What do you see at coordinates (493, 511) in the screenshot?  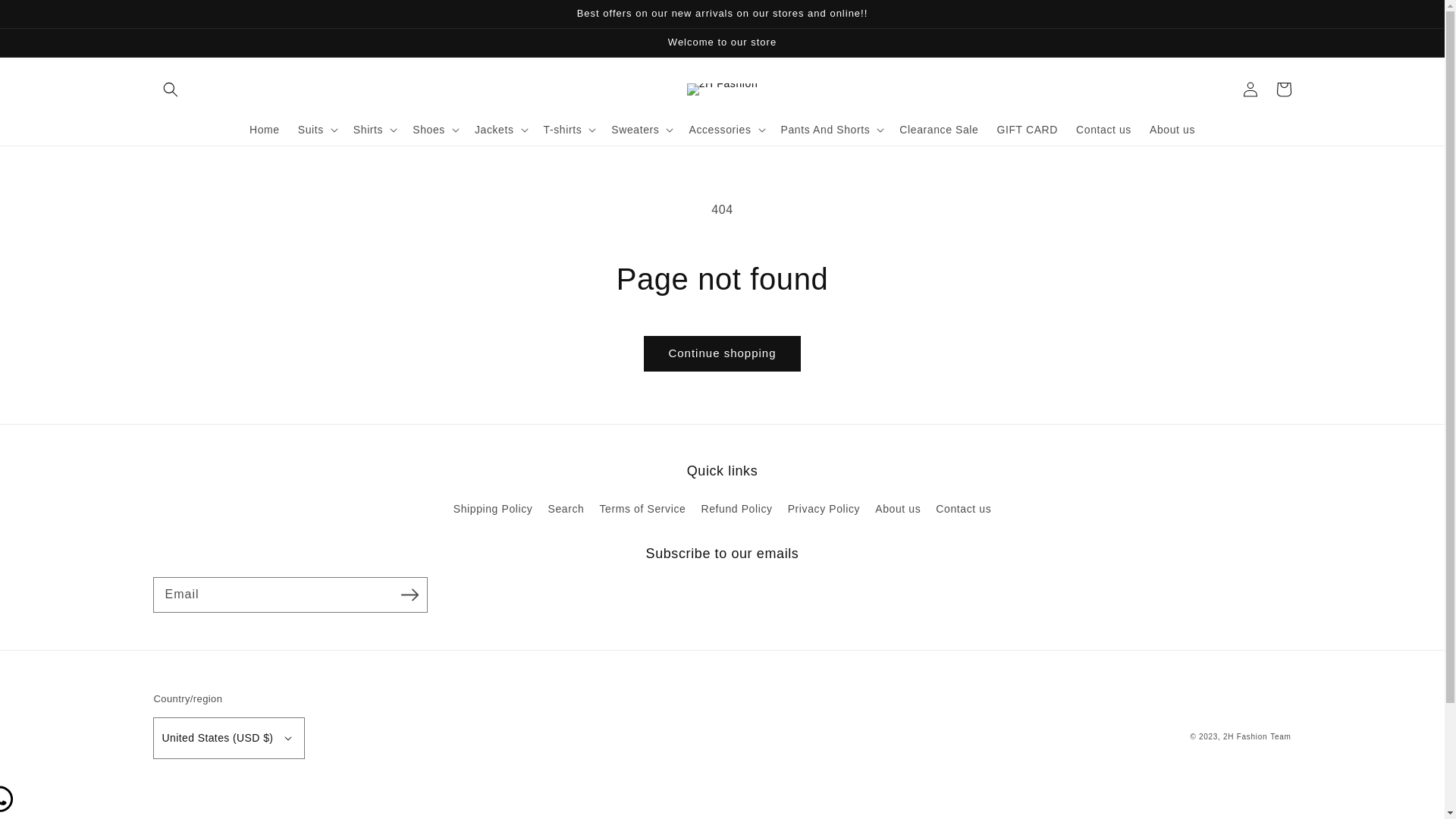 I see `'Shipping Policy'` at bounding box center [493, 511].